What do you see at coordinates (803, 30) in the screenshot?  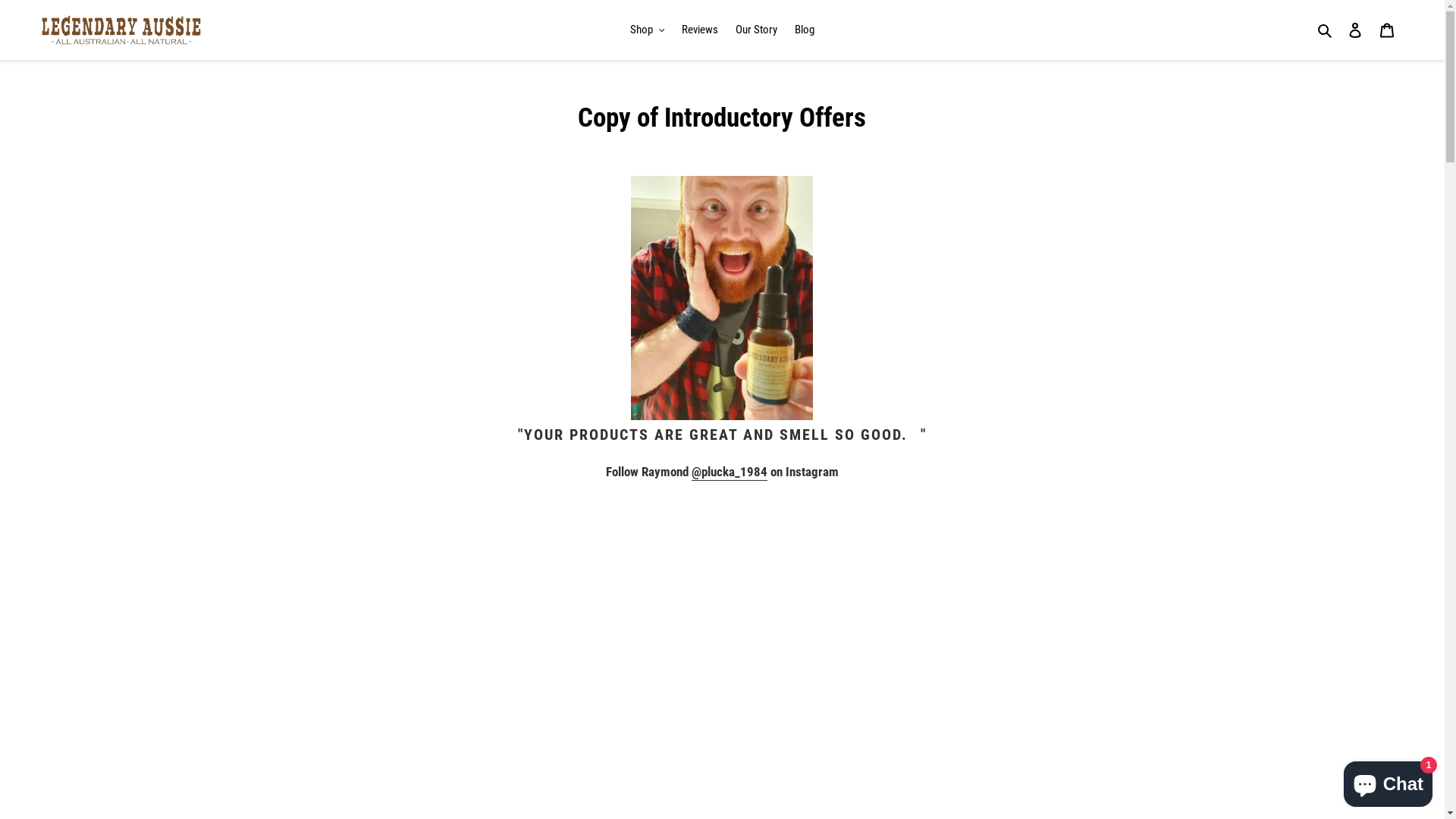 I see `'Blog'` at bounding box center [803, 30].